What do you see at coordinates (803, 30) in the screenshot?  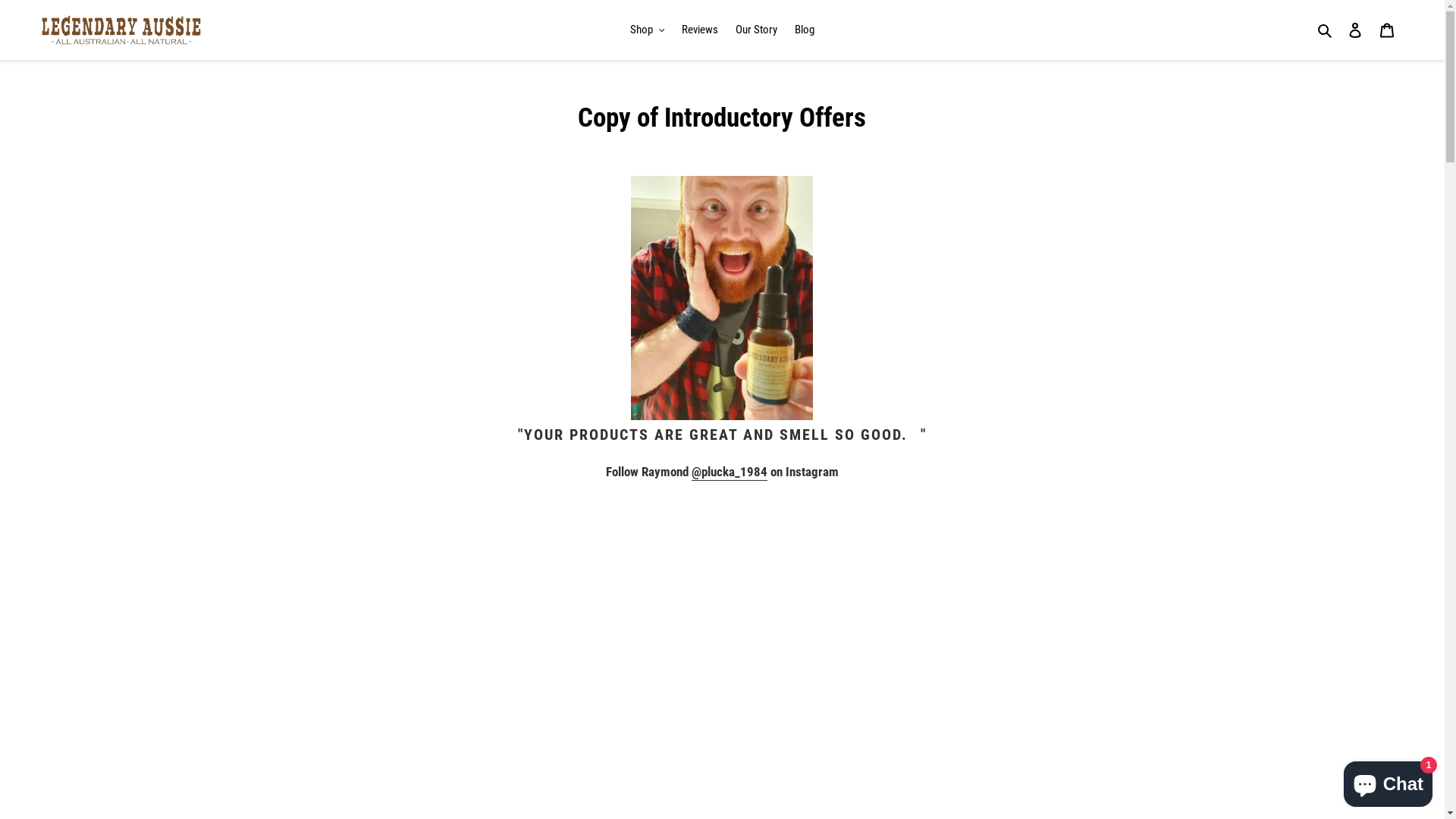 I see `'Blog'` at bounding box center [803, 30].